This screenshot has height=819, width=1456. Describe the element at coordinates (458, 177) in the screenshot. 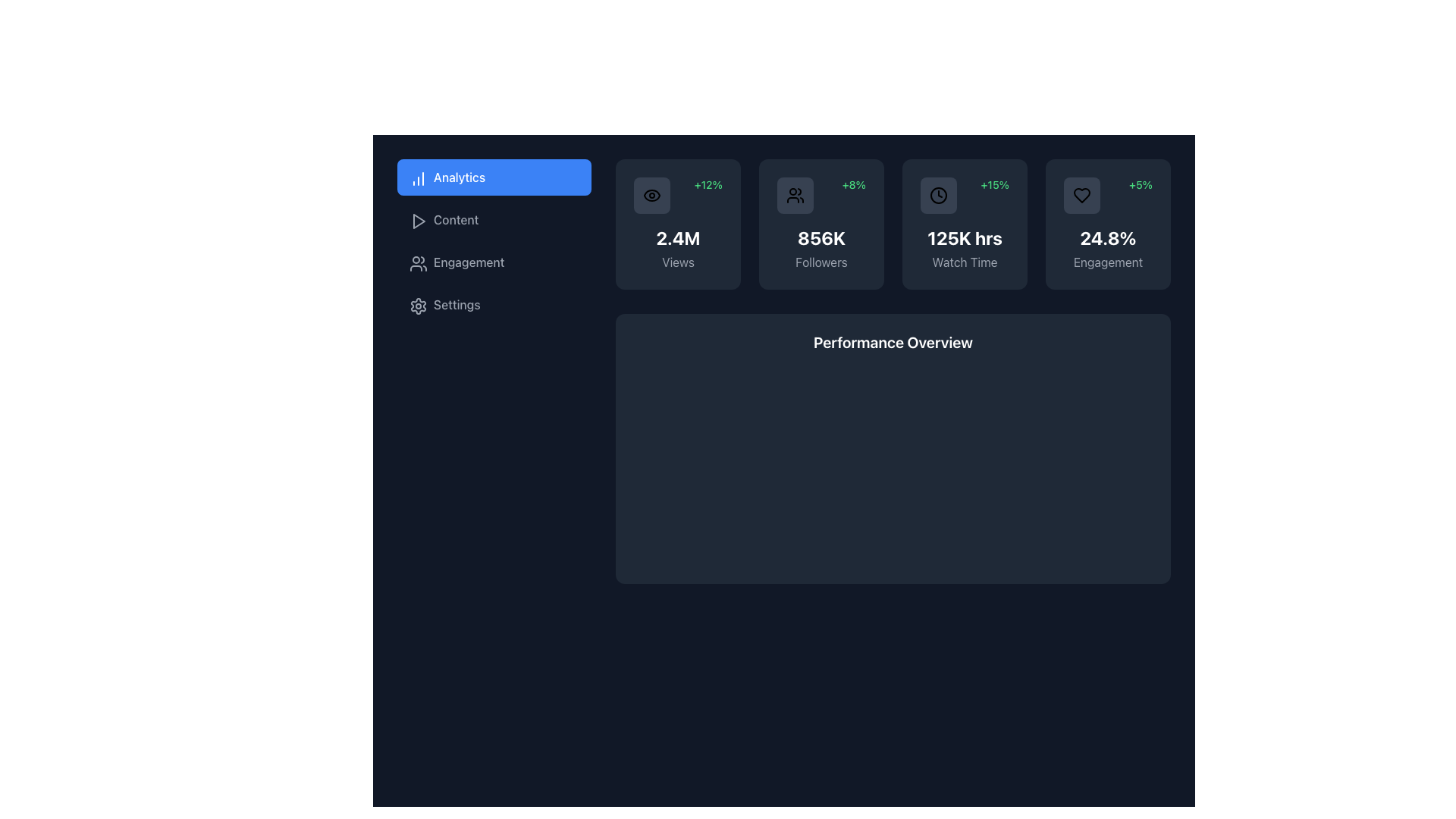

I see `the 'Analytics' text label element located within a blue button in the navigation menu` at that location.